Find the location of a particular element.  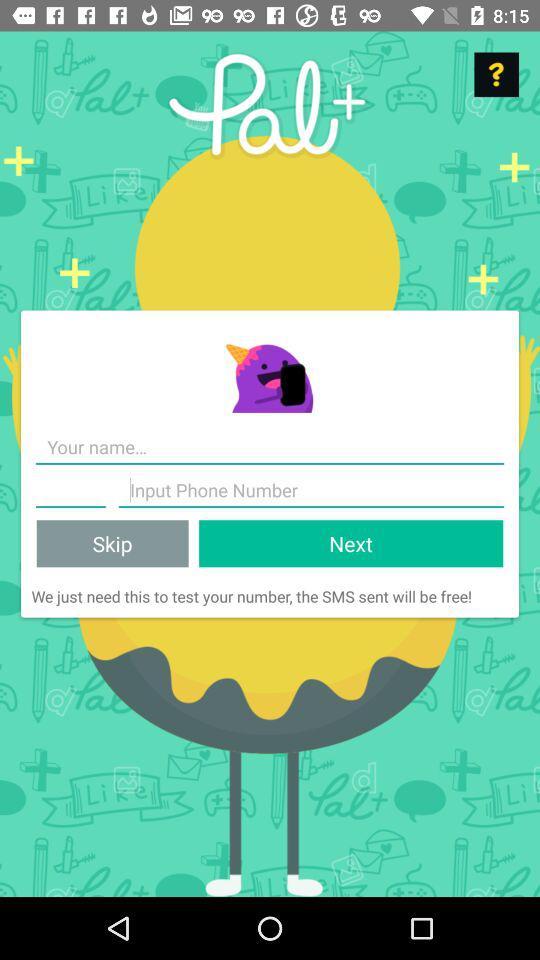

the next item is located at coordinates (350, 543).